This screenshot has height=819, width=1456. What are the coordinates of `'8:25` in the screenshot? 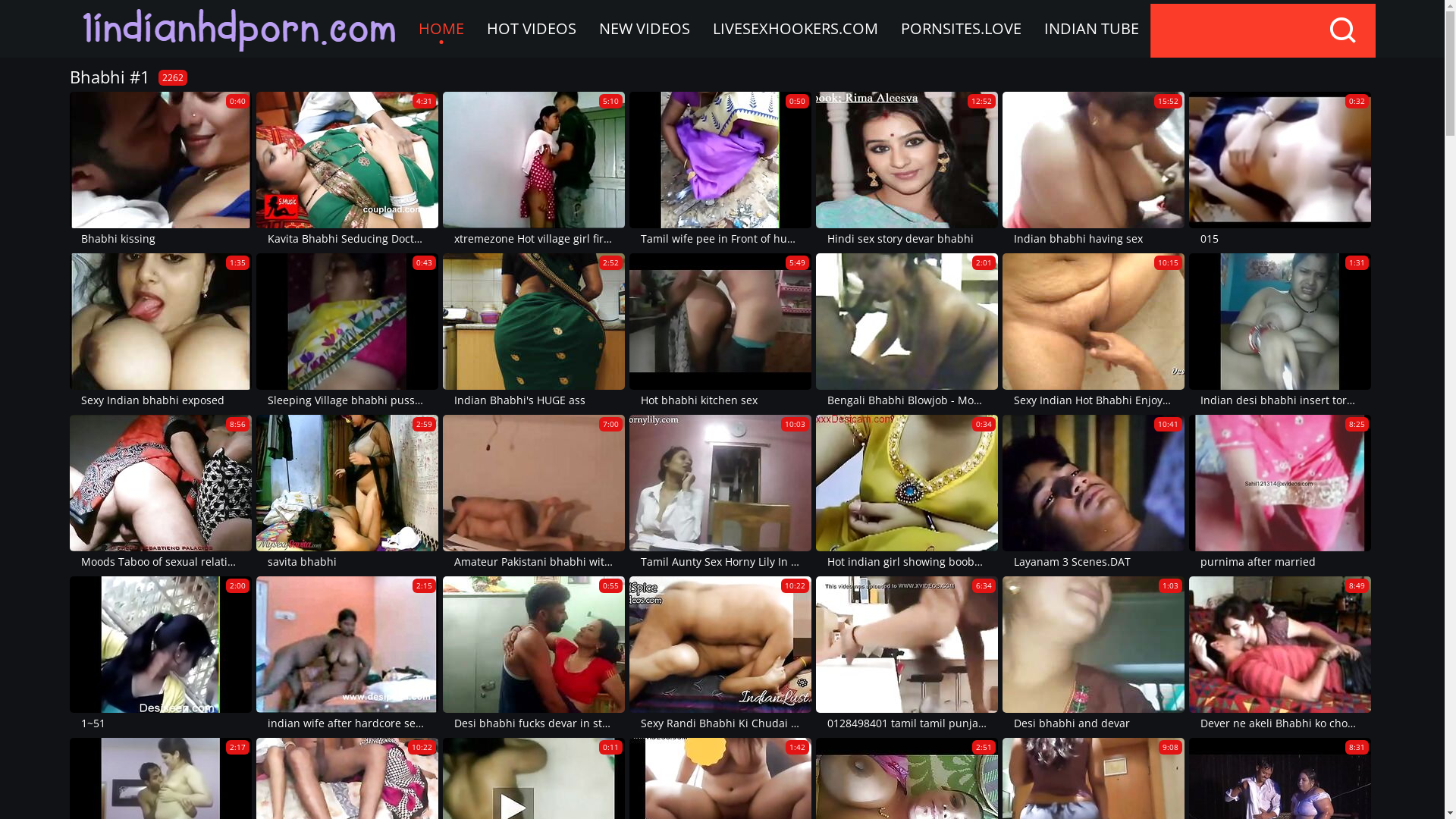 It's located at (1188, 493).